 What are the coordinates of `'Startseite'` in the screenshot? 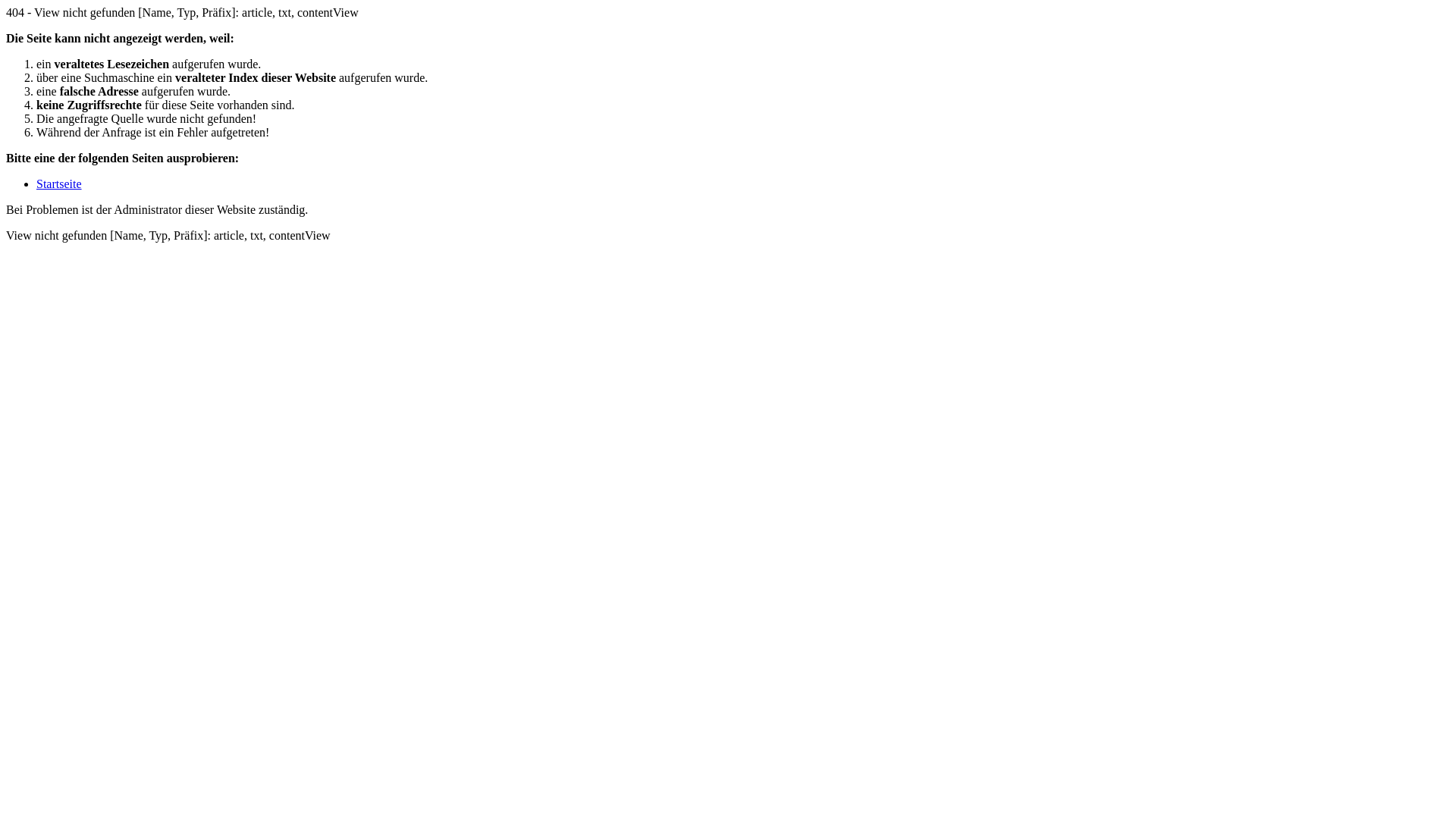 It's located at (58, 183).